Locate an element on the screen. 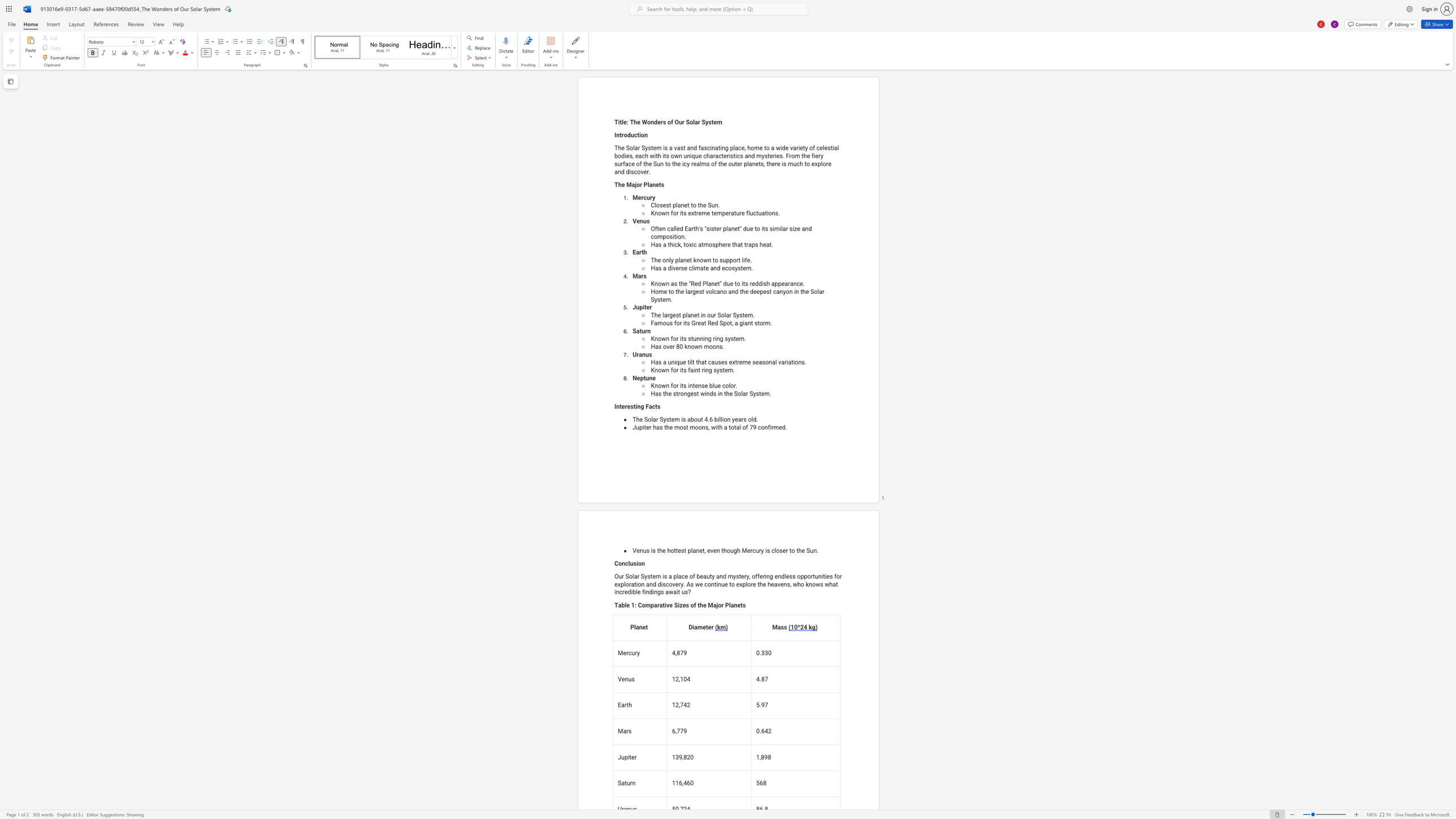 The height and width of the screenshot is (819, 1456). the subset text "yste" within the text "Known for its faint ring system." is located at coordinates (716, 369).